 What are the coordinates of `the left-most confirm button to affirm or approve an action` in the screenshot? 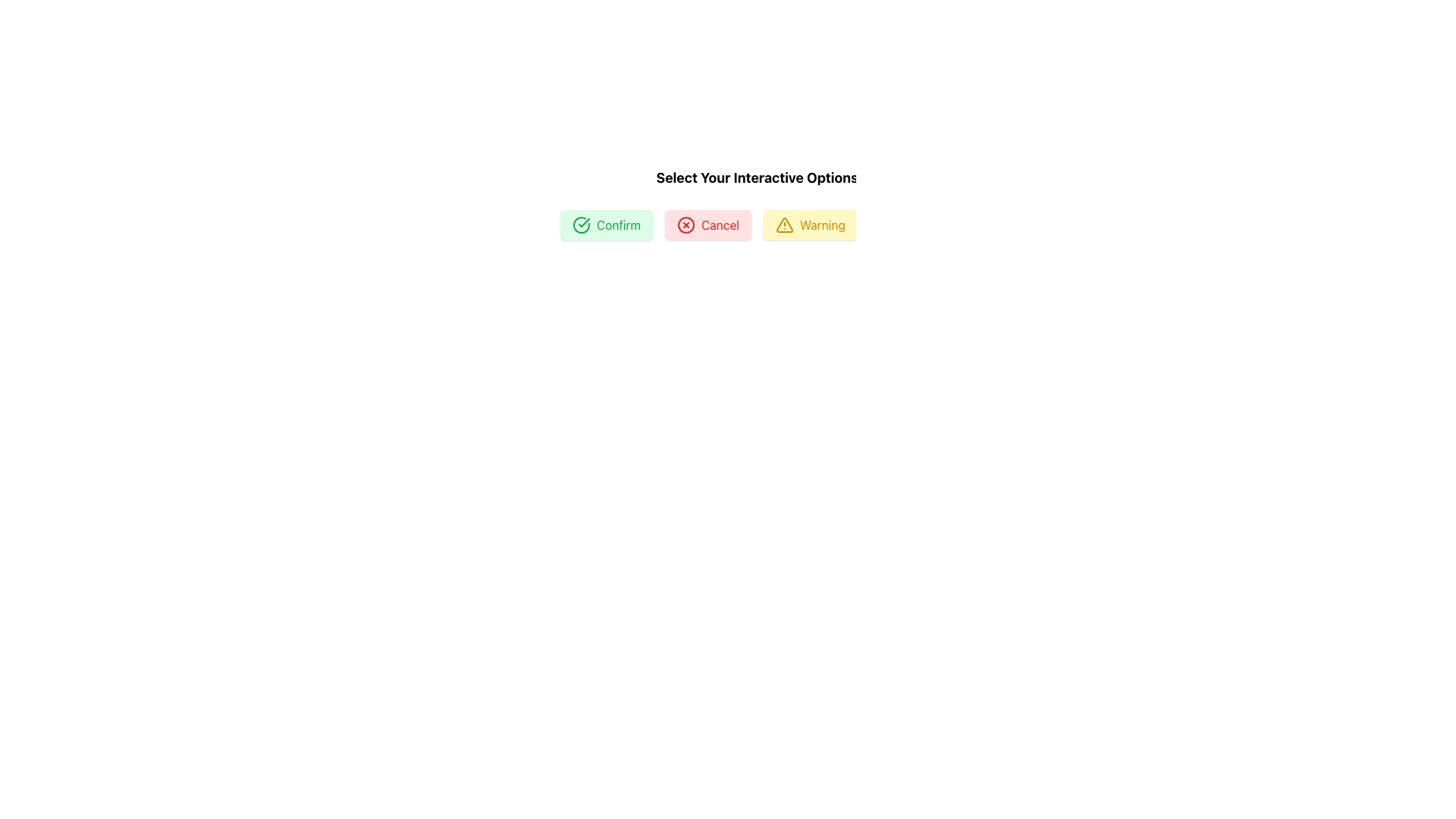 It's located at (607, 225).